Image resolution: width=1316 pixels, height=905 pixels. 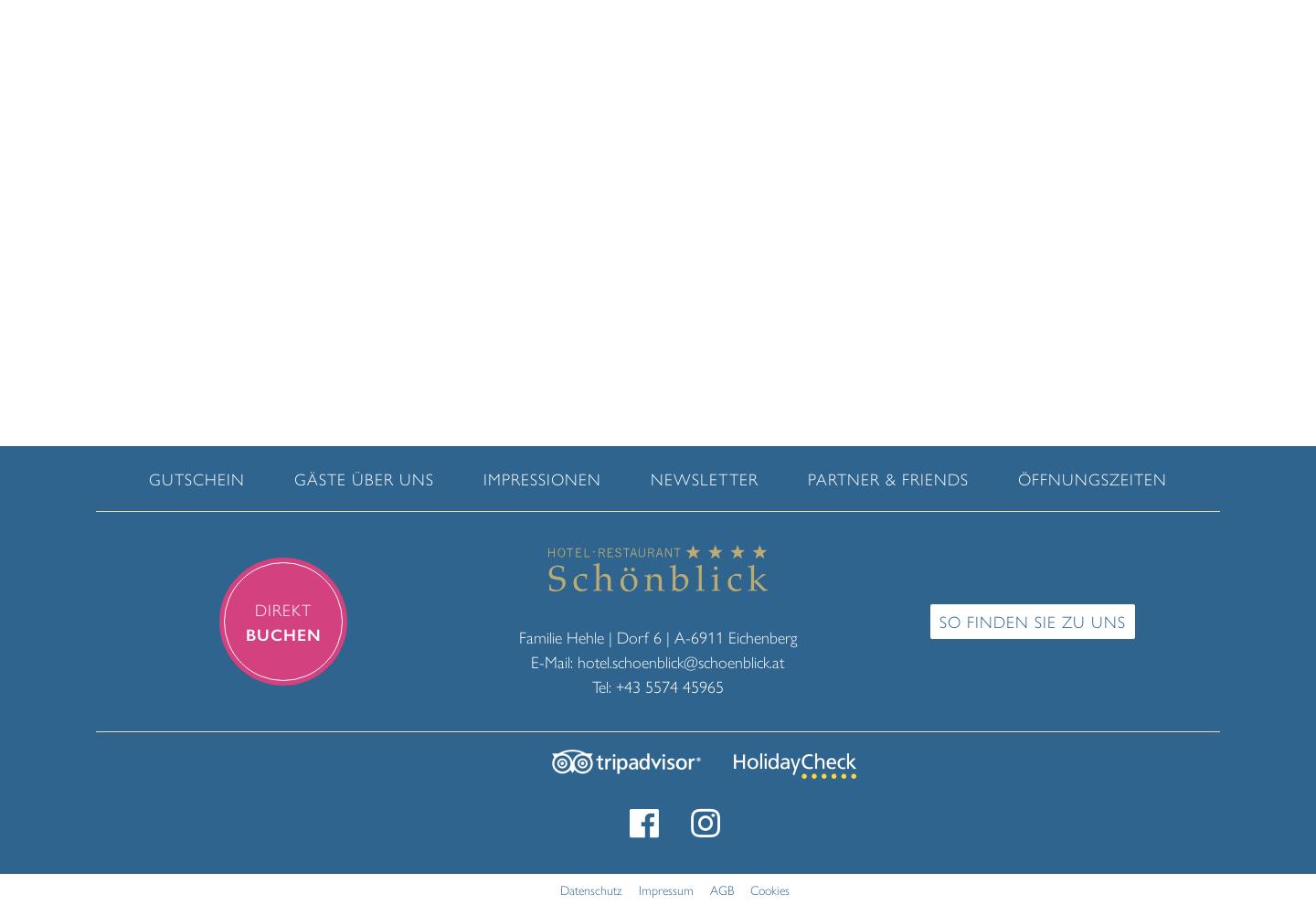 What do you see at coordinates (656, 634) in the screenshot?
I see `'Familie Hehle | Dorf 6 | A-6911 Eichenberg'` at bounding box center [656, 634].